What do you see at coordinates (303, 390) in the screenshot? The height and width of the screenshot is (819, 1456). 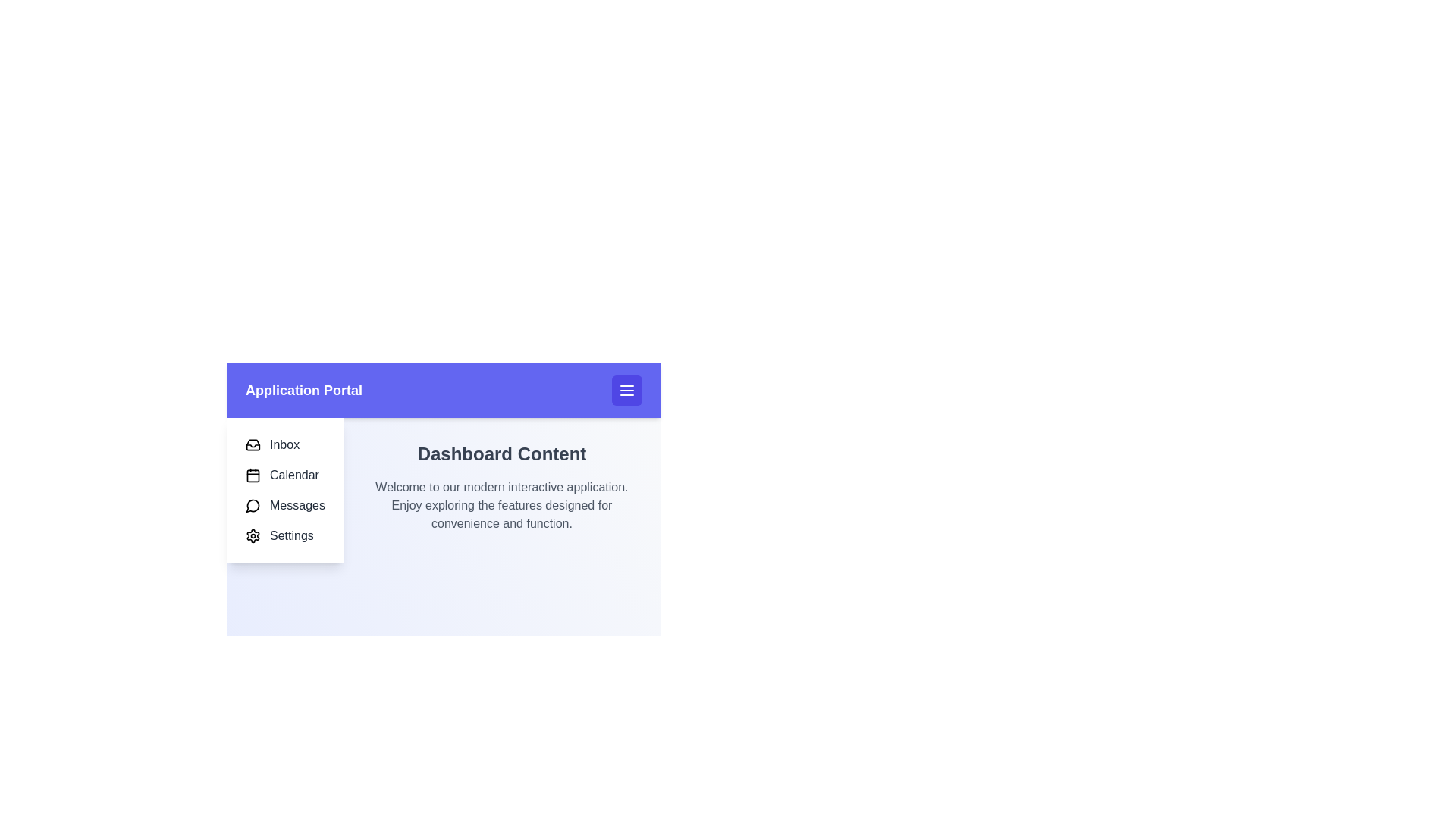 I see `the text label located in the left section of the blue header bar, which serves as an identifier for the application interface` at bounding box center [303, 390].